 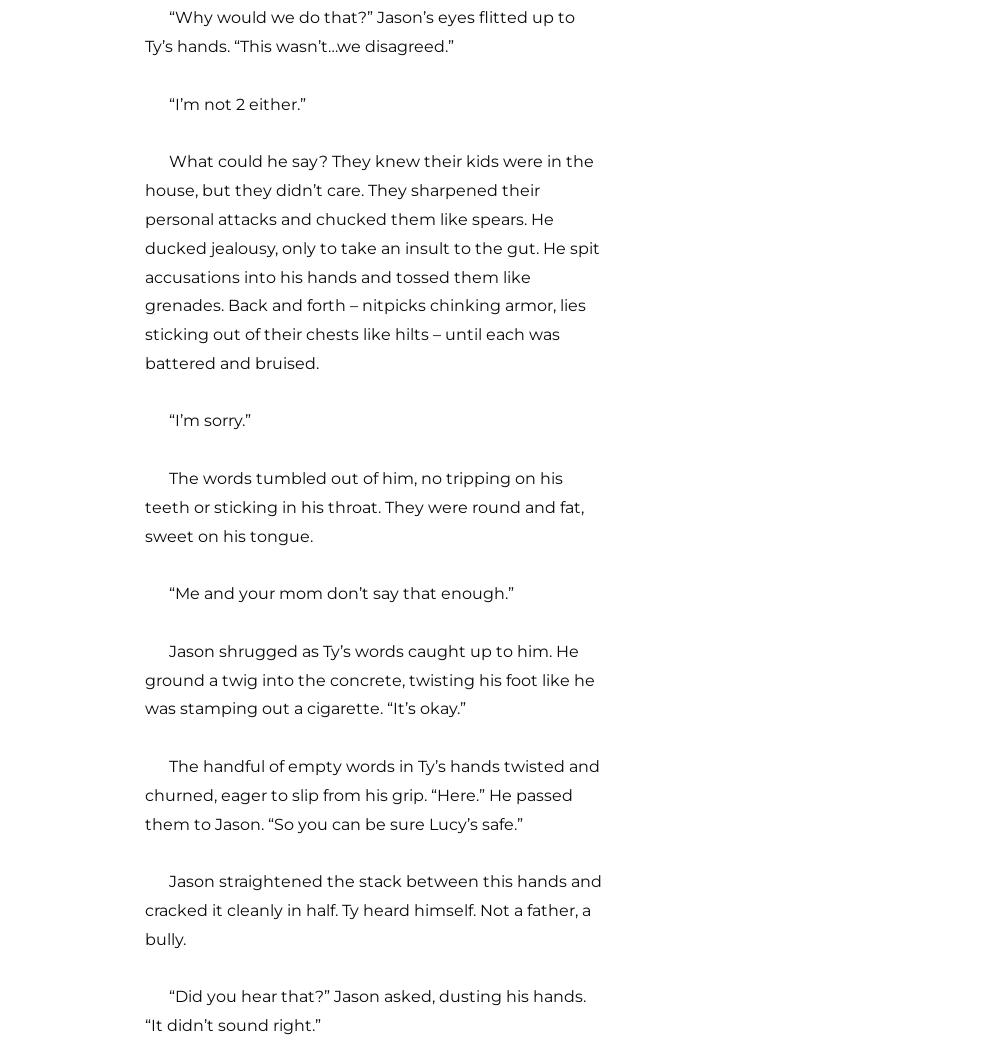 What do you see at coordinates (145, 909) in the screenshot?
I see `'Jason straightened the stack between this hands and cracked it cleanly in half. Ty heard himself. Not a father, a bully.'` at bounding box center [145, 909].